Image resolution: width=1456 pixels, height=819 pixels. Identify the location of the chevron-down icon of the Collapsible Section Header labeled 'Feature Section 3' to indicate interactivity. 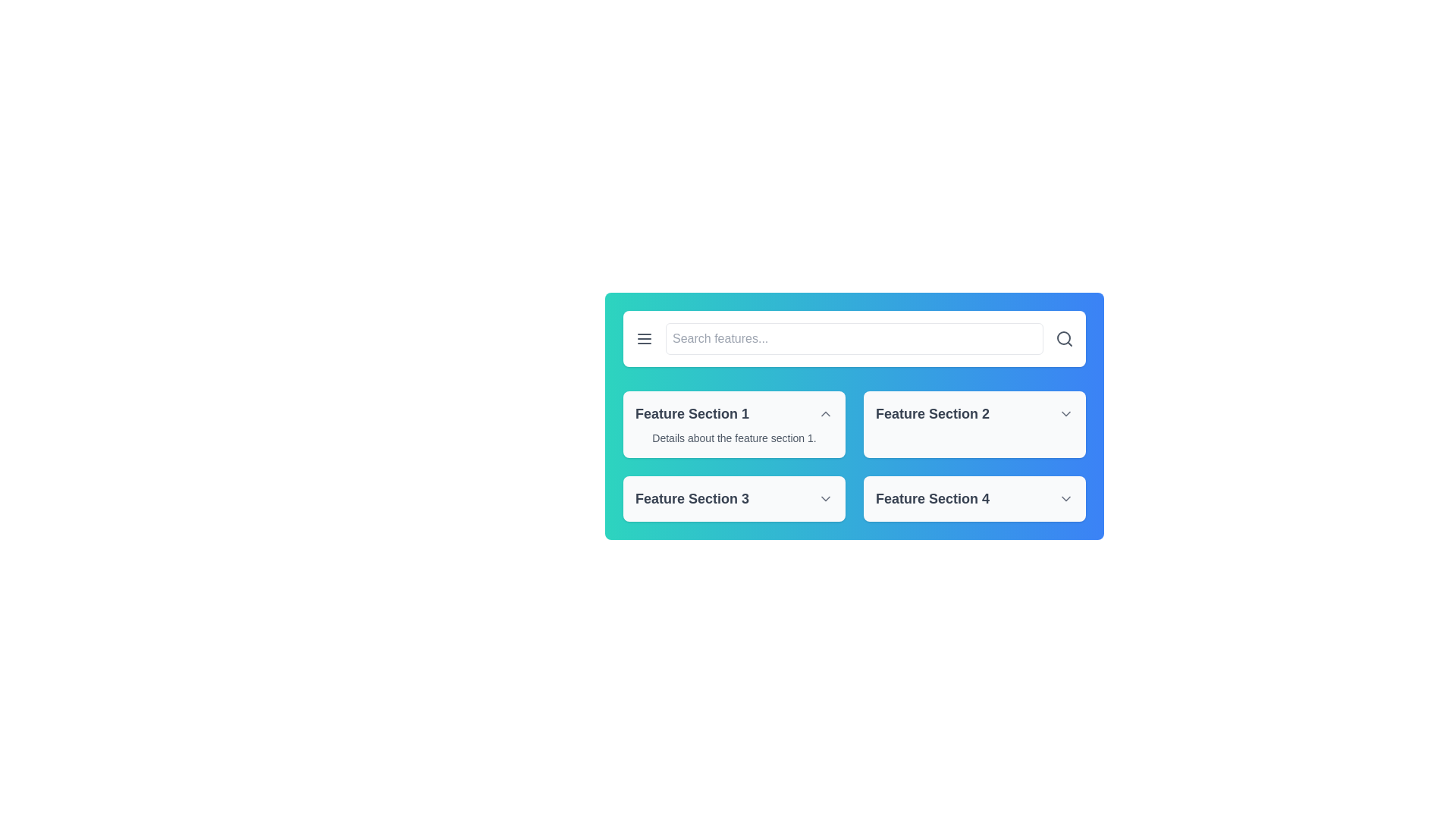
(734, 499).